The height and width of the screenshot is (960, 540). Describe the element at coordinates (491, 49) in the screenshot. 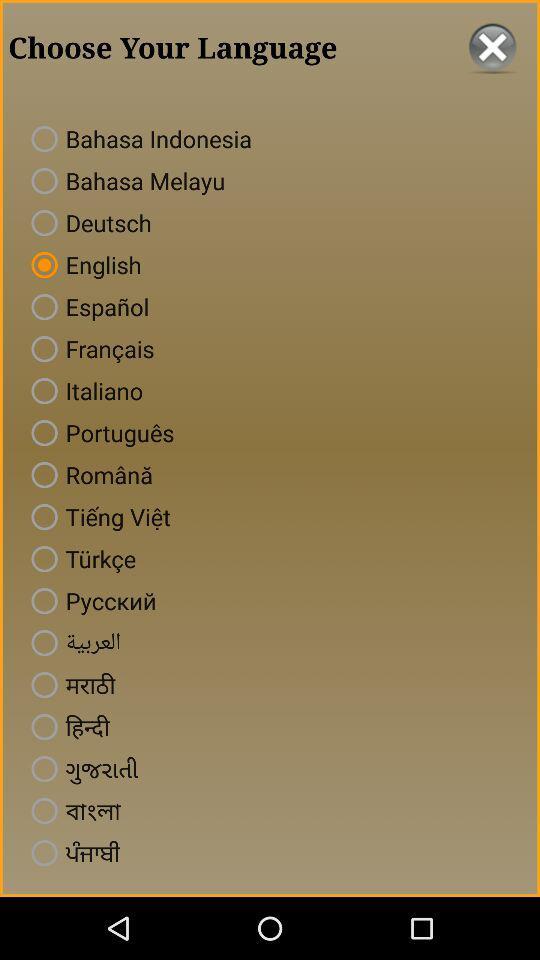

I see `the close icon` at that location.